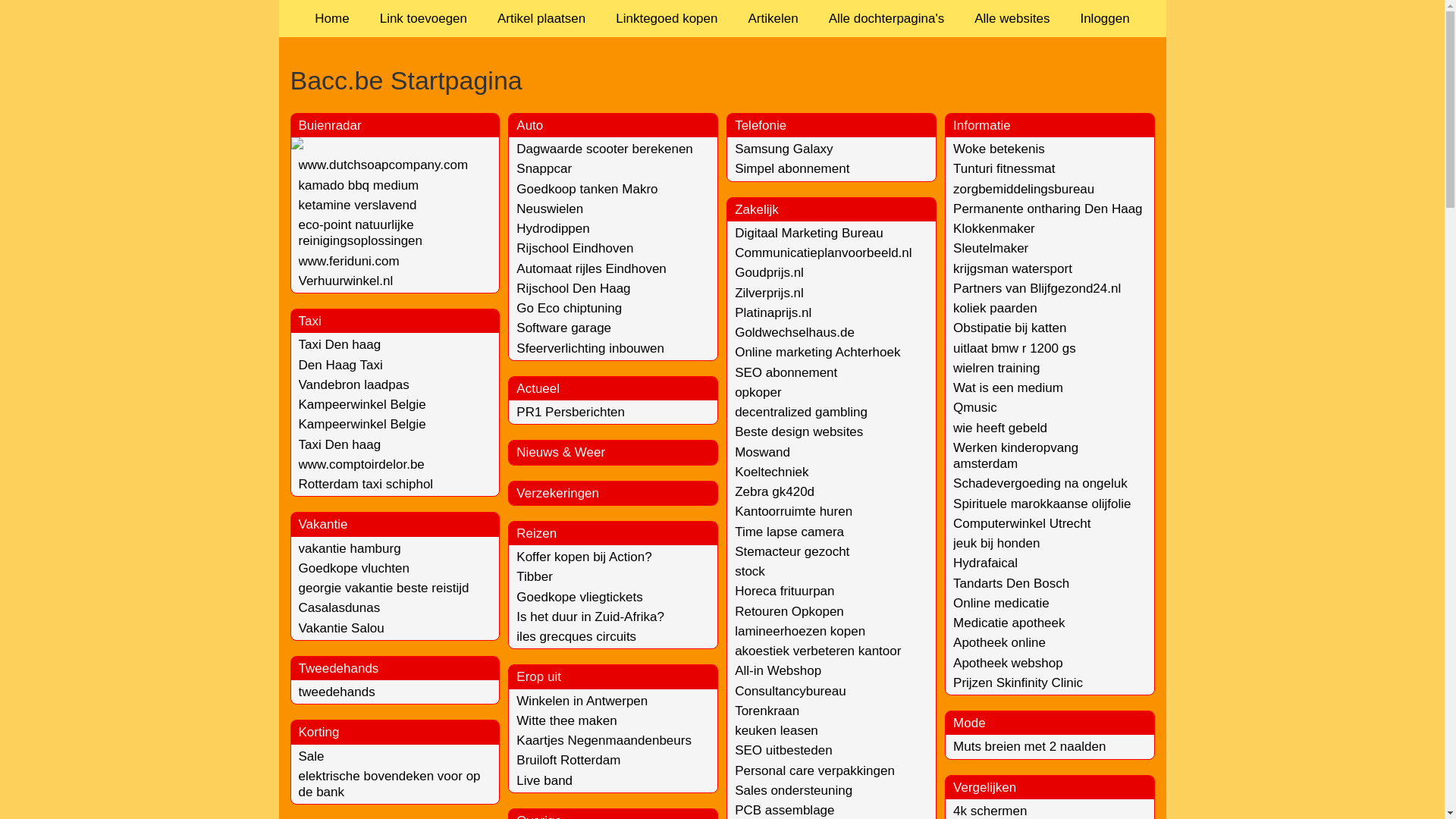 The height and width of the screenshot is (819, 1456). What do you see at coordinates (985, 563) in the screenshot?
I see `'Hydrafaical'` at bounding box center [985, 563].